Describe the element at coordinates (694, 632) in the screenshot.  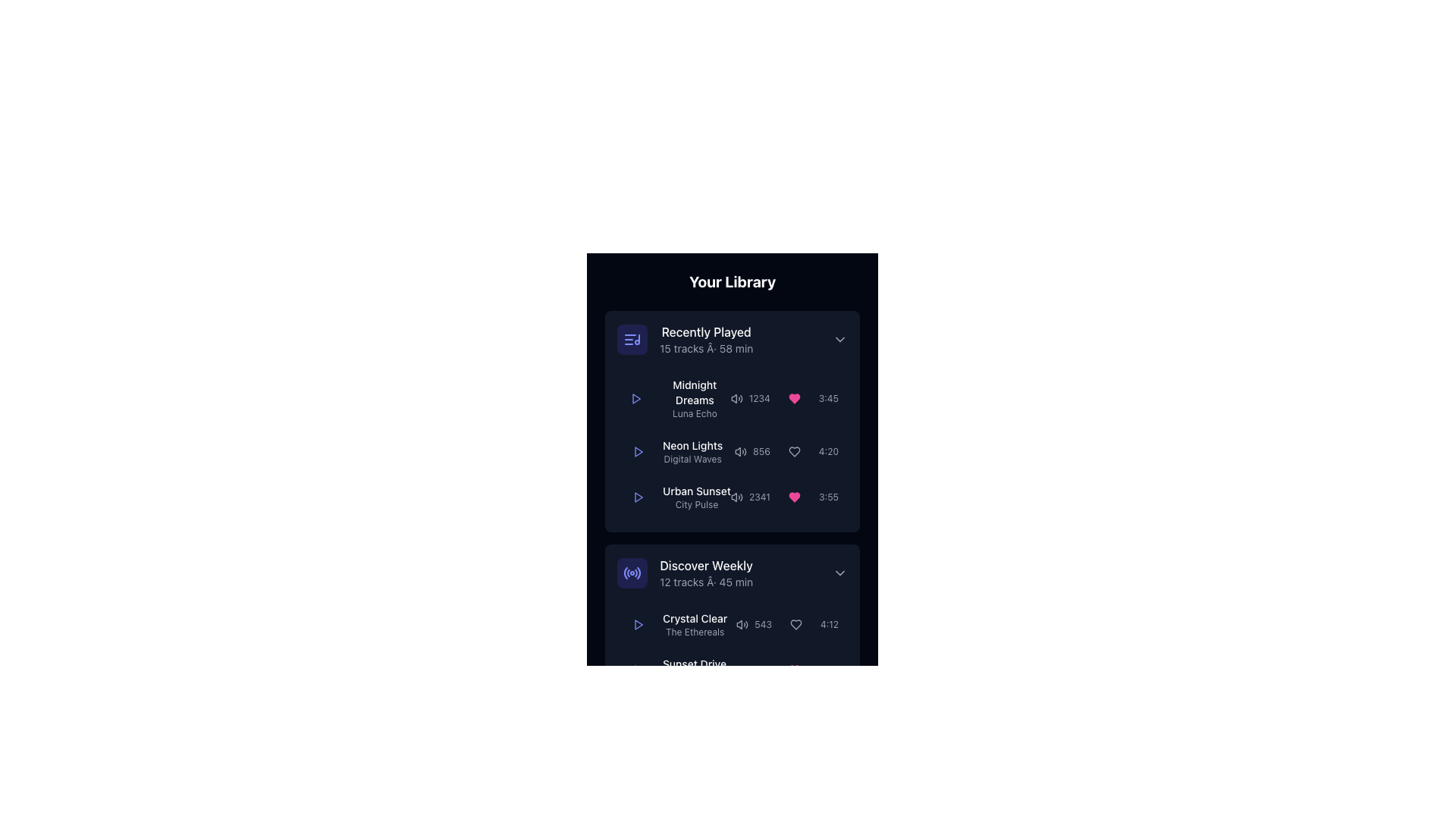
I see `the static text label that reads 'The Ethereals', which is gray-colored and positioned directly beneath the larger text 'Crystal Clear' in the 'Discover Weekly' section` at that location.